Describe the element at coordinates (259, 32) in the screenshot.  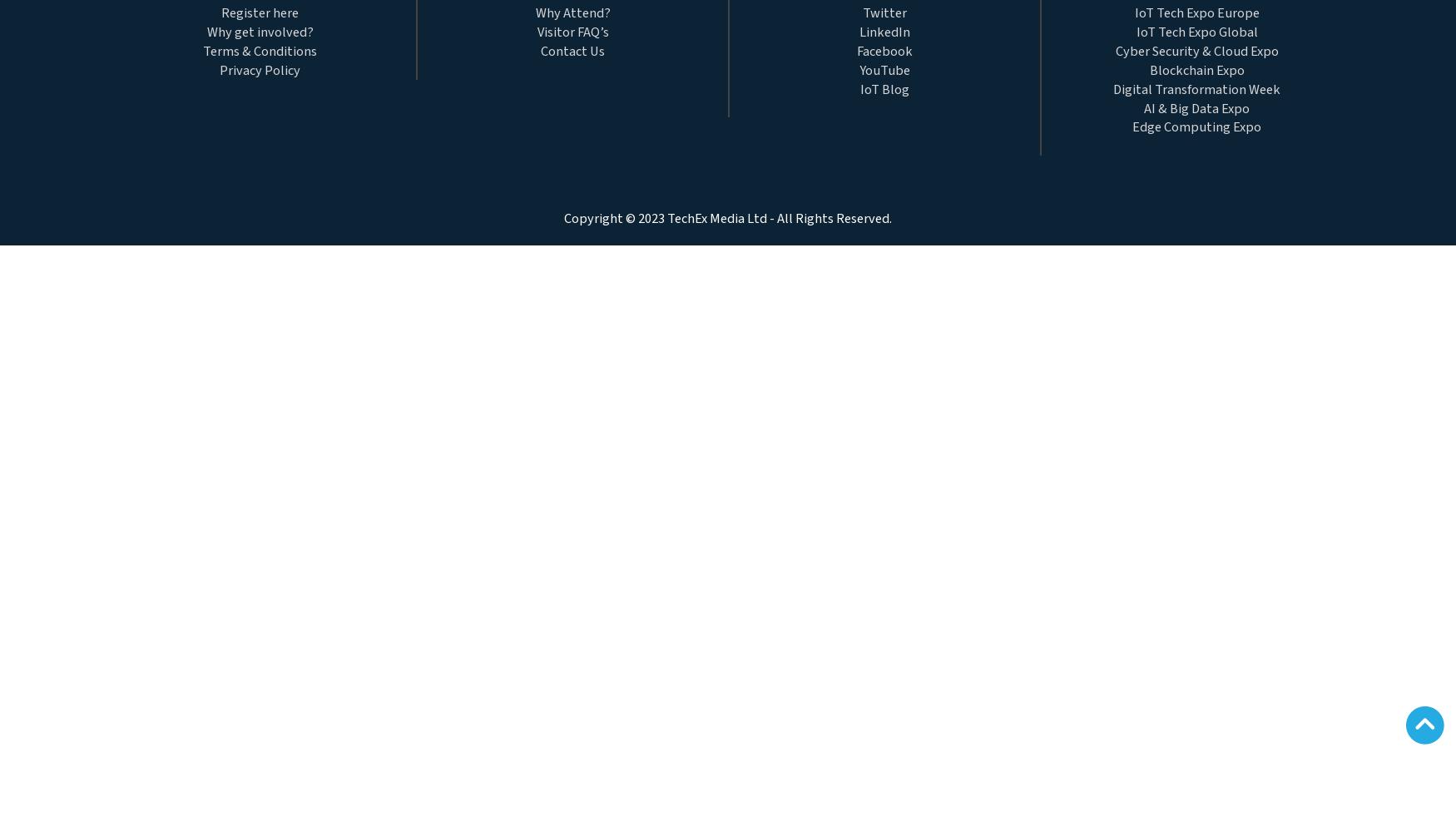
I see `'Why get involved?'` at that location.